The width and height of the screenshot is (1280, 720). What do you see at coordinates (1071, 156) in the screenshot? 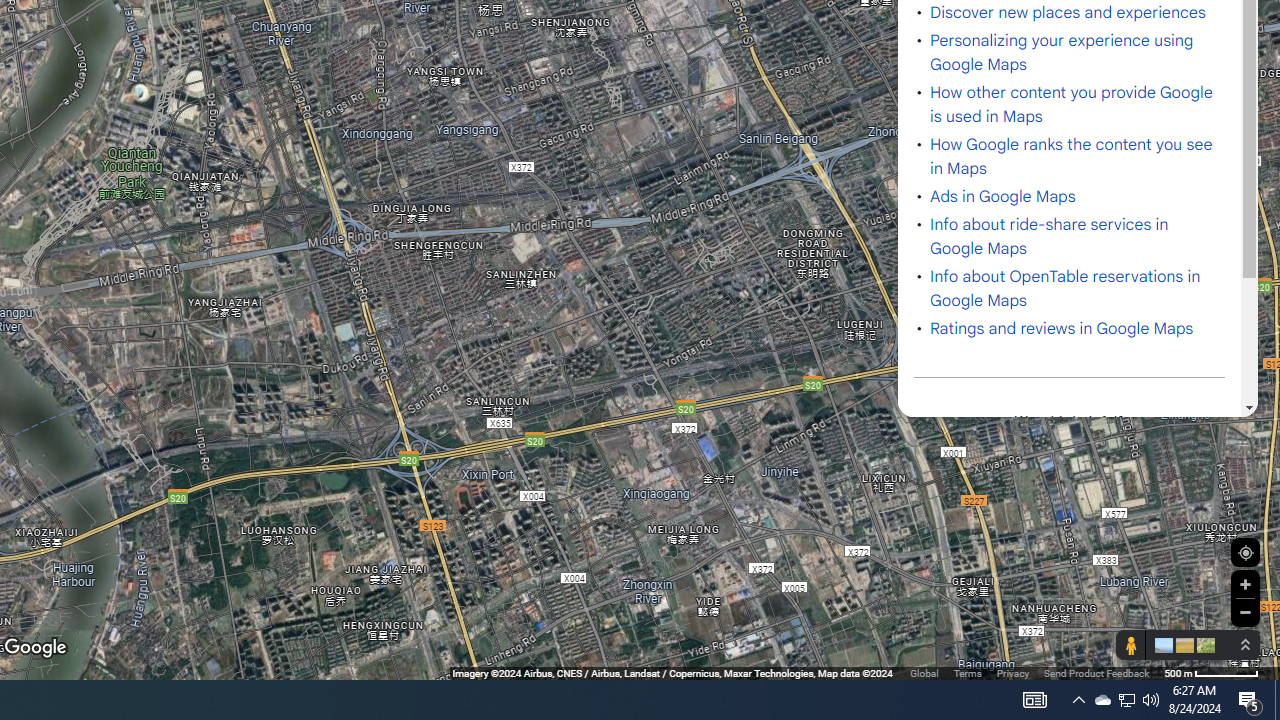
I see `'How Google ranks the content you see in Maps'` at bounding box center [1071, 156].